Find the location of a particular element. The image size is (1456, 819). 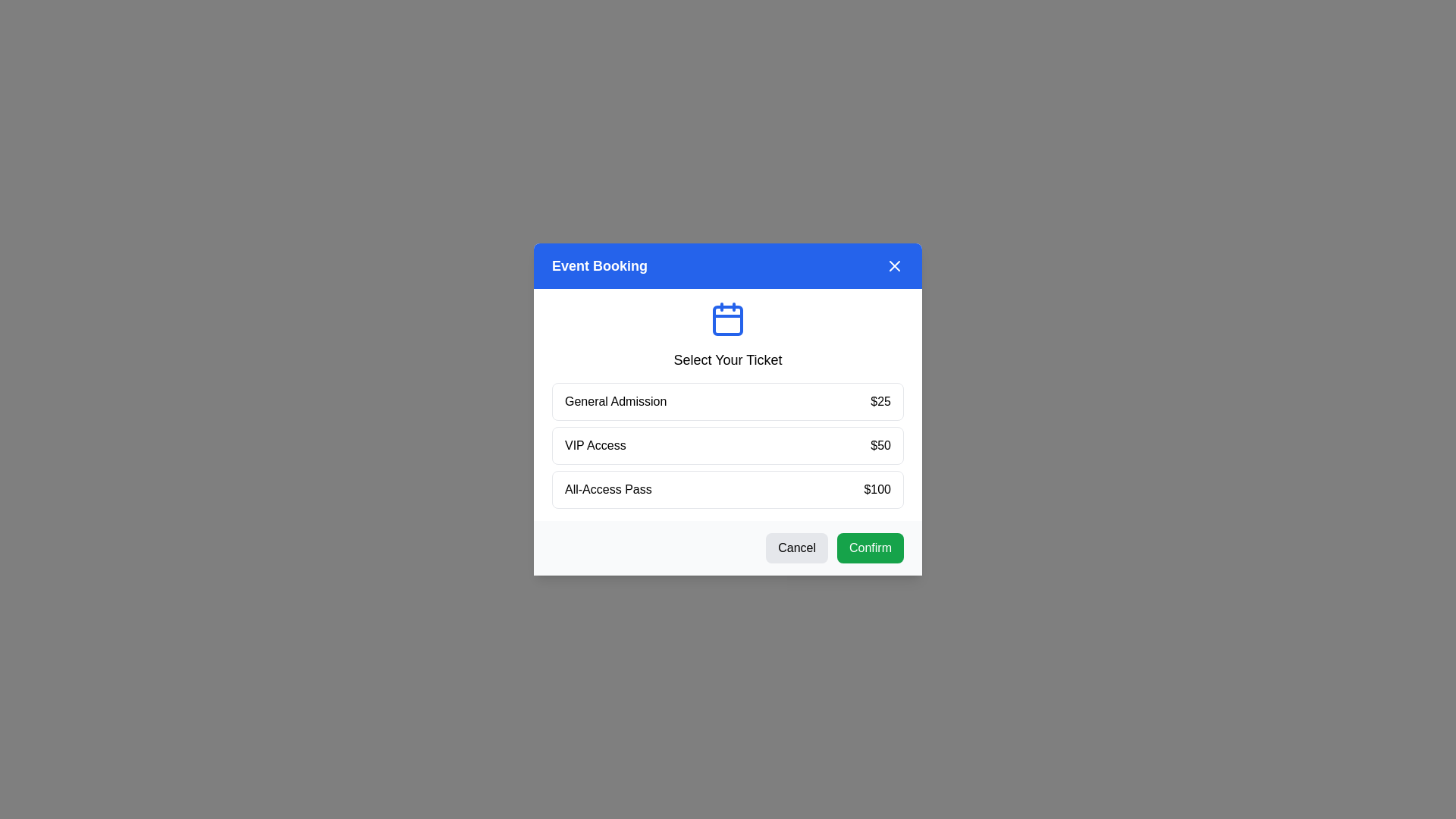

the close button with an 'X' icon located at the top-right corner of the blue banner bar that contains the text 'Event Booking' to trigger a tooltip or visual effect is located at coordinates (895, 265).